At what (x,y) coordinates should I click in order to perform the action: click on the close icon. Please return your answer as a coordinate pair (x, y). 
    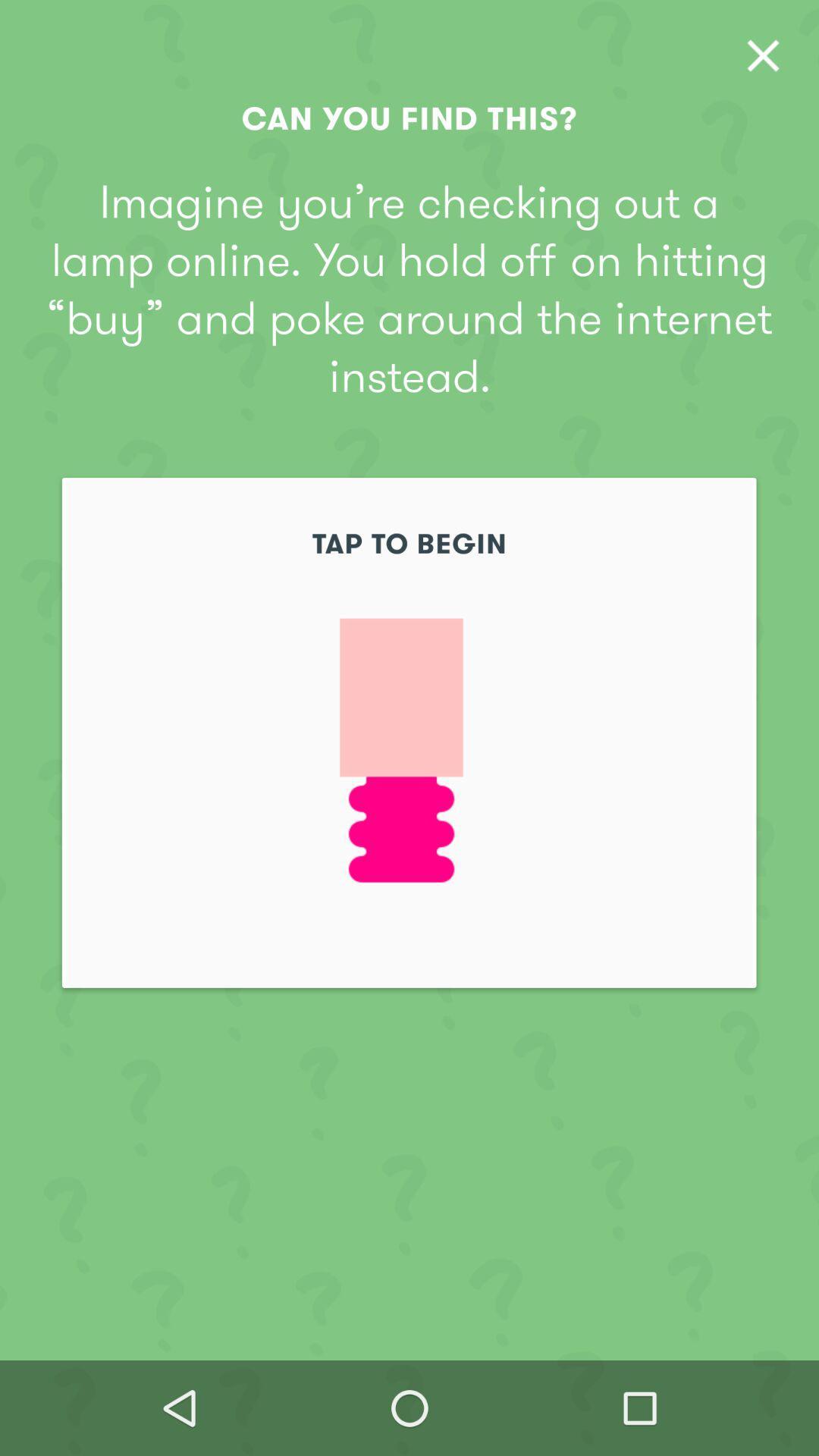
    Looking at the image, I should click on (763, 55).